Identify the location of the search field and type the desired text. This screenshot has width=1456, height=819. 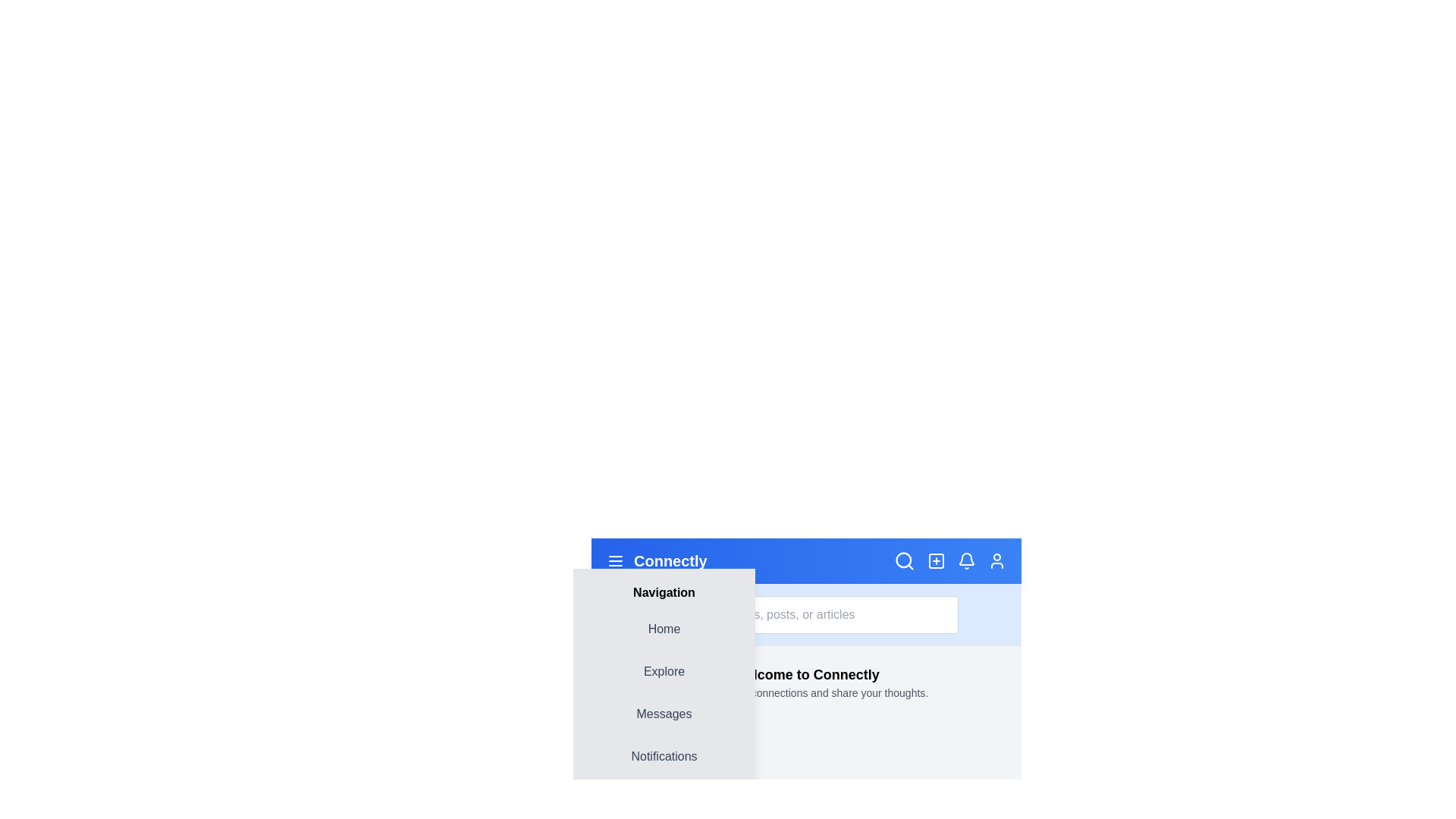
(805, 614).